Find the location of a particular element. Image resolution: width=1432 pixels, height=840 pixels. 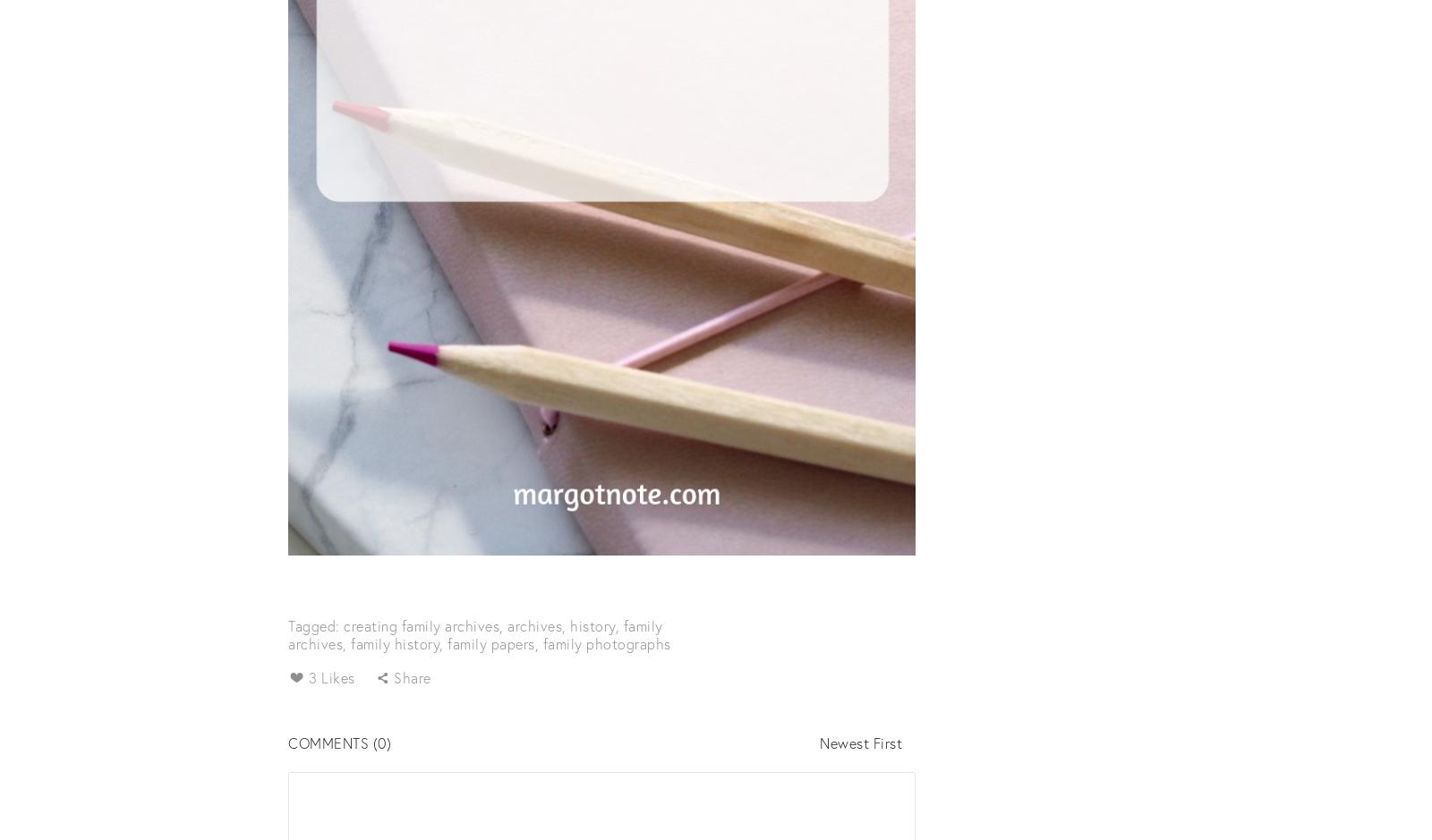

'Share' is located at coordinates (411, 676).